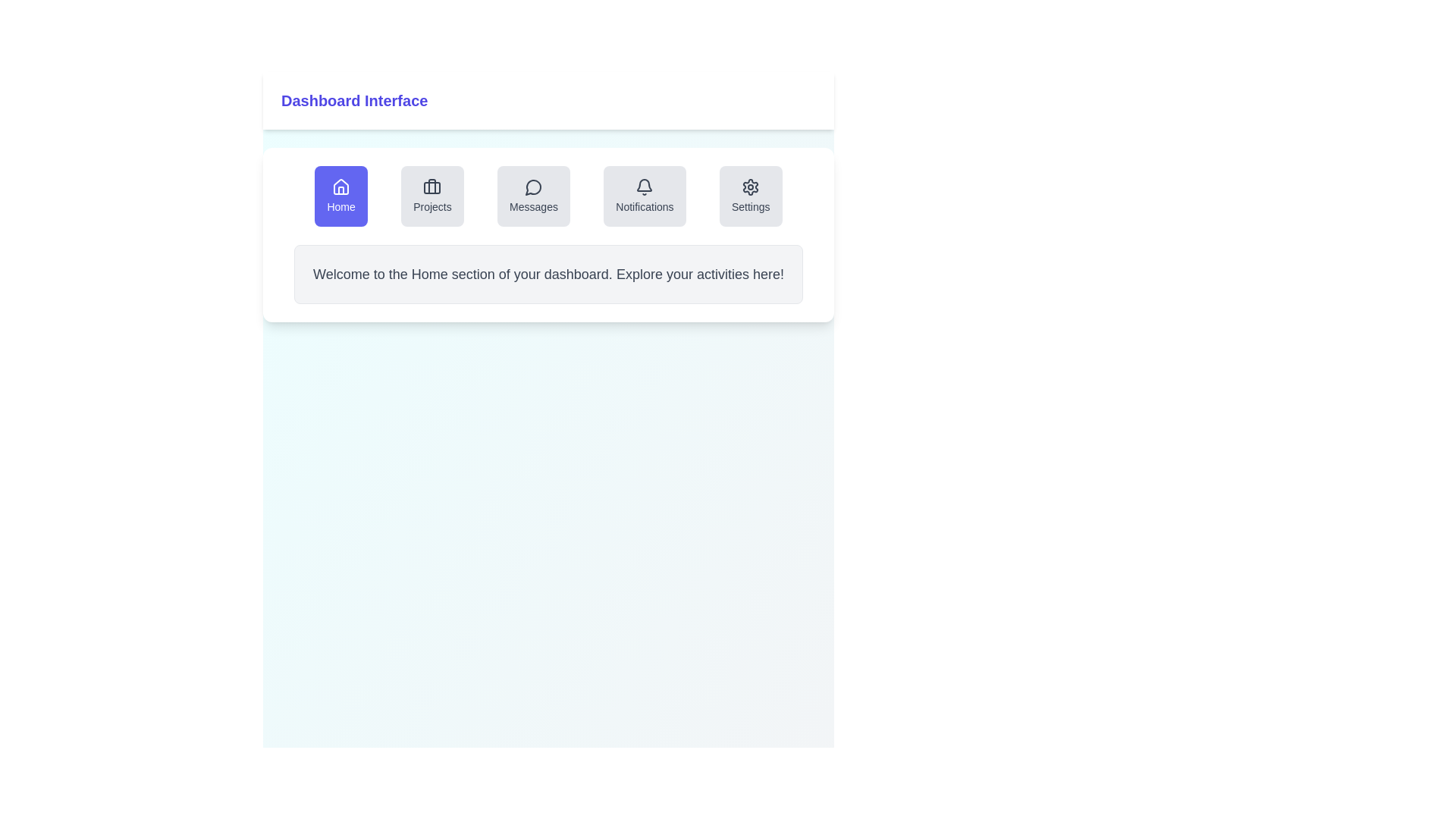 The width and height of the screenshot is (1456, 819). I want to click on the 'Home' navigation button located in the top-left corner of the navigation bar below the 'Dashboard Interface' heading, so click(340, 195).